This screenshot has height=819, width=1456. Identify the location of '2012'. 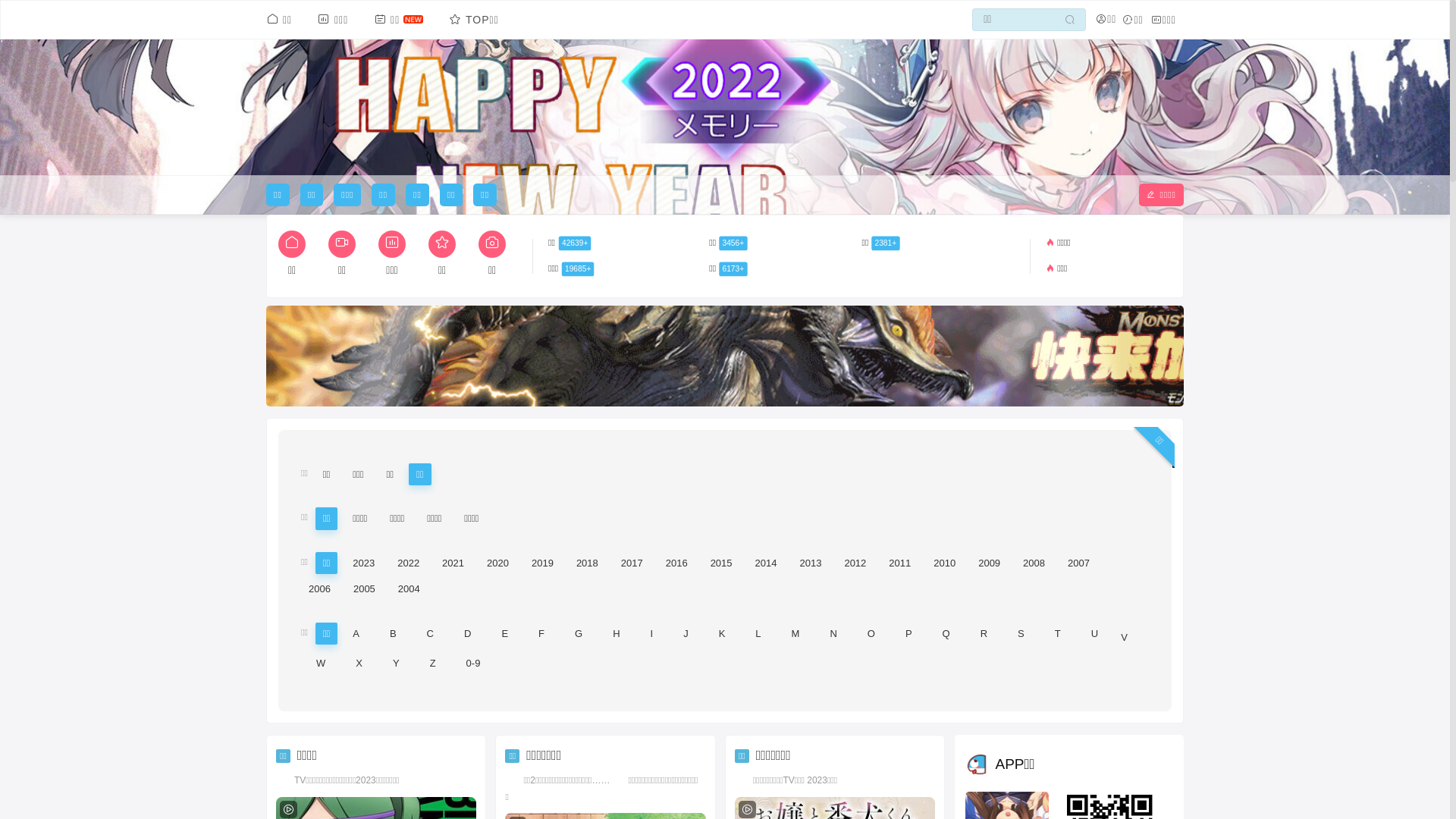
(855, 563).